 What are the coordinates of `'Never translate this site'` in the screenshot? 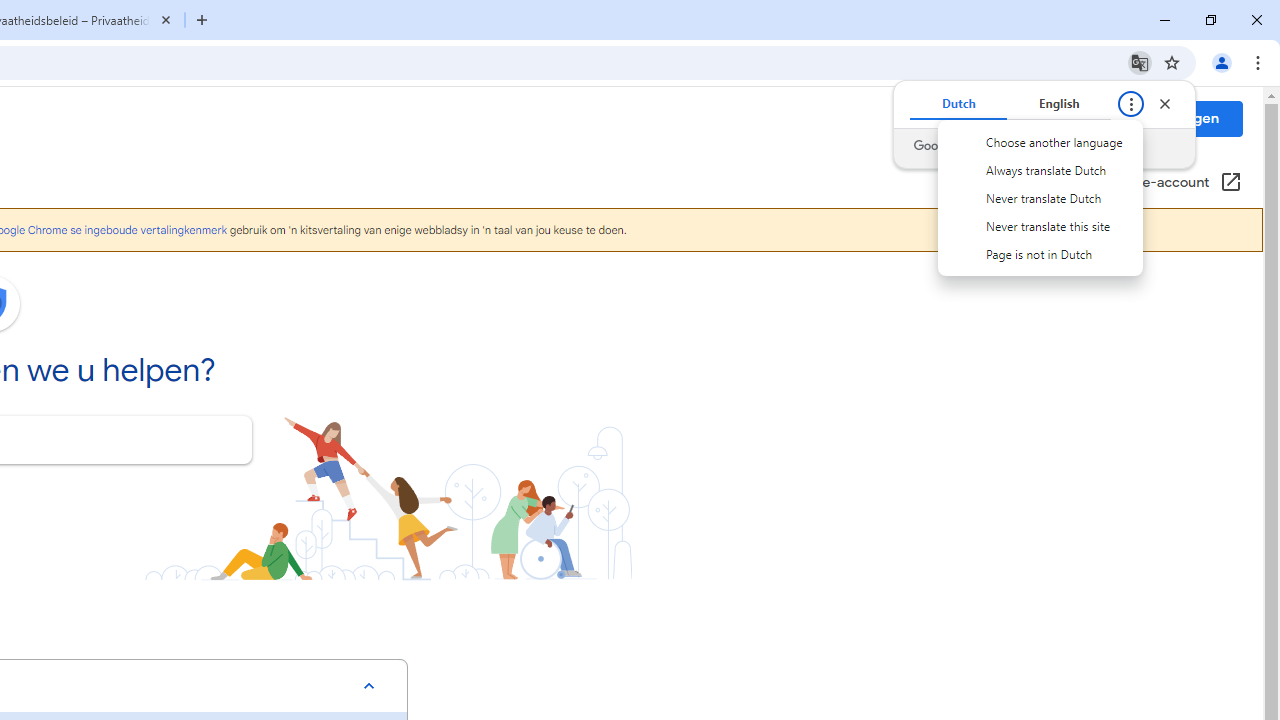 It's located at (1040, 225).